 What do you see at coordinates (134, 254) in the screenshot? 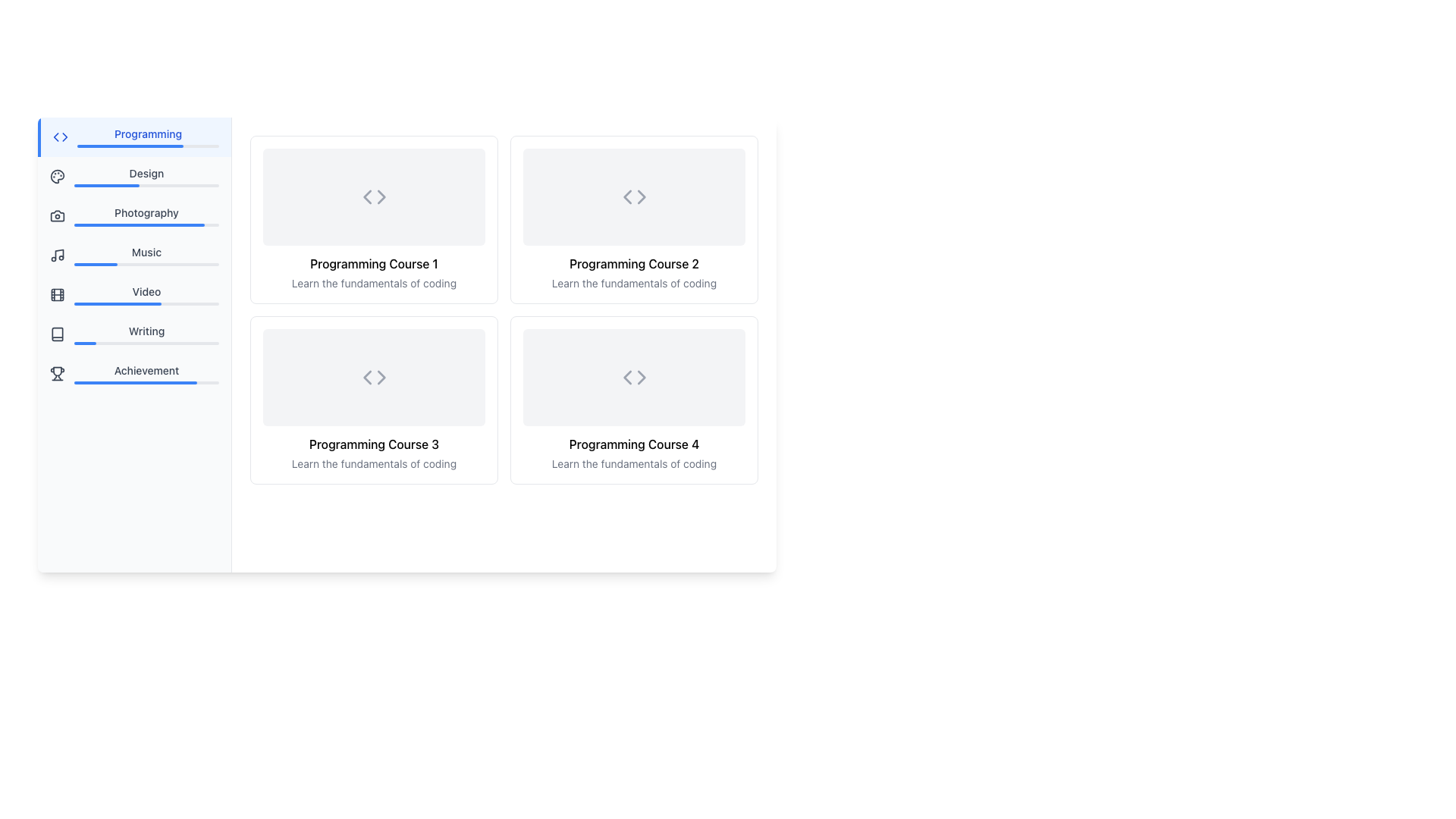
I see `the 'Music' button in the navigation menu, which is the fourth item below 'Photography' and above 'Video'` at bounding box center [134, 254].